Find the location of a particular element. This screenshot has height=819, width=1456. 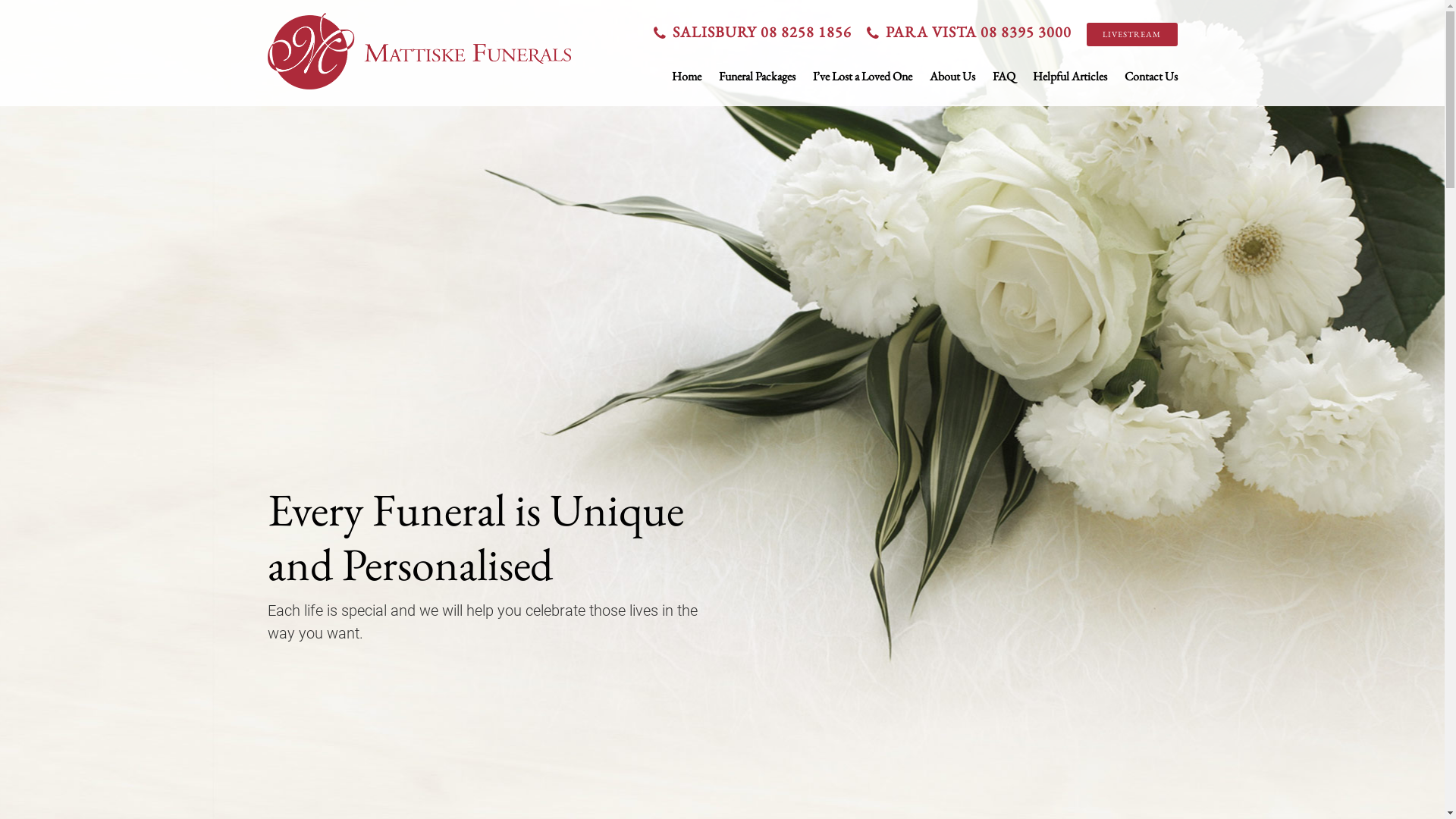

'About Us' is located at coordinates (928, 76).